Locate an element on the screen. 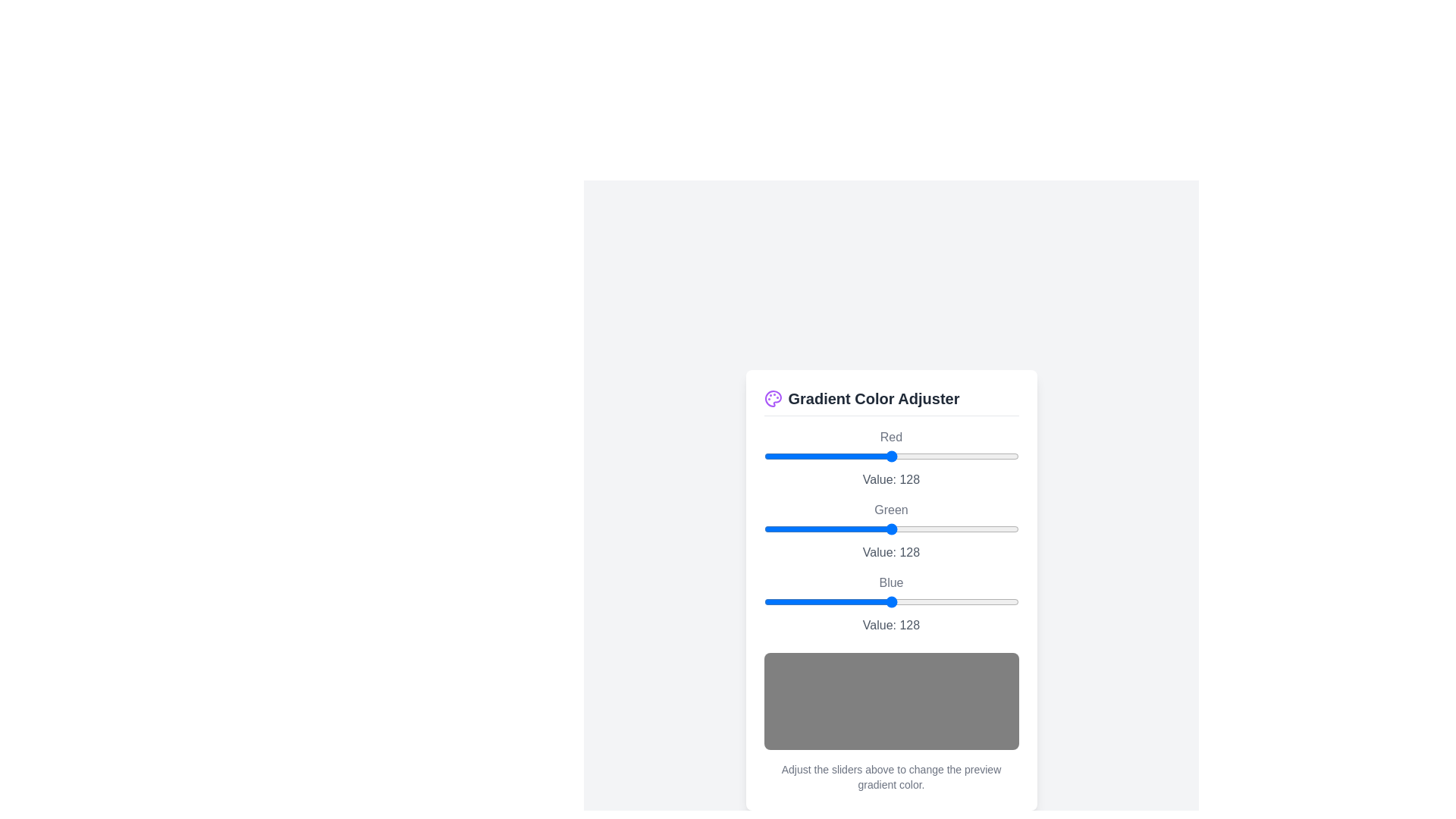  the green slider to 91 is located at coordinates (855, 528).